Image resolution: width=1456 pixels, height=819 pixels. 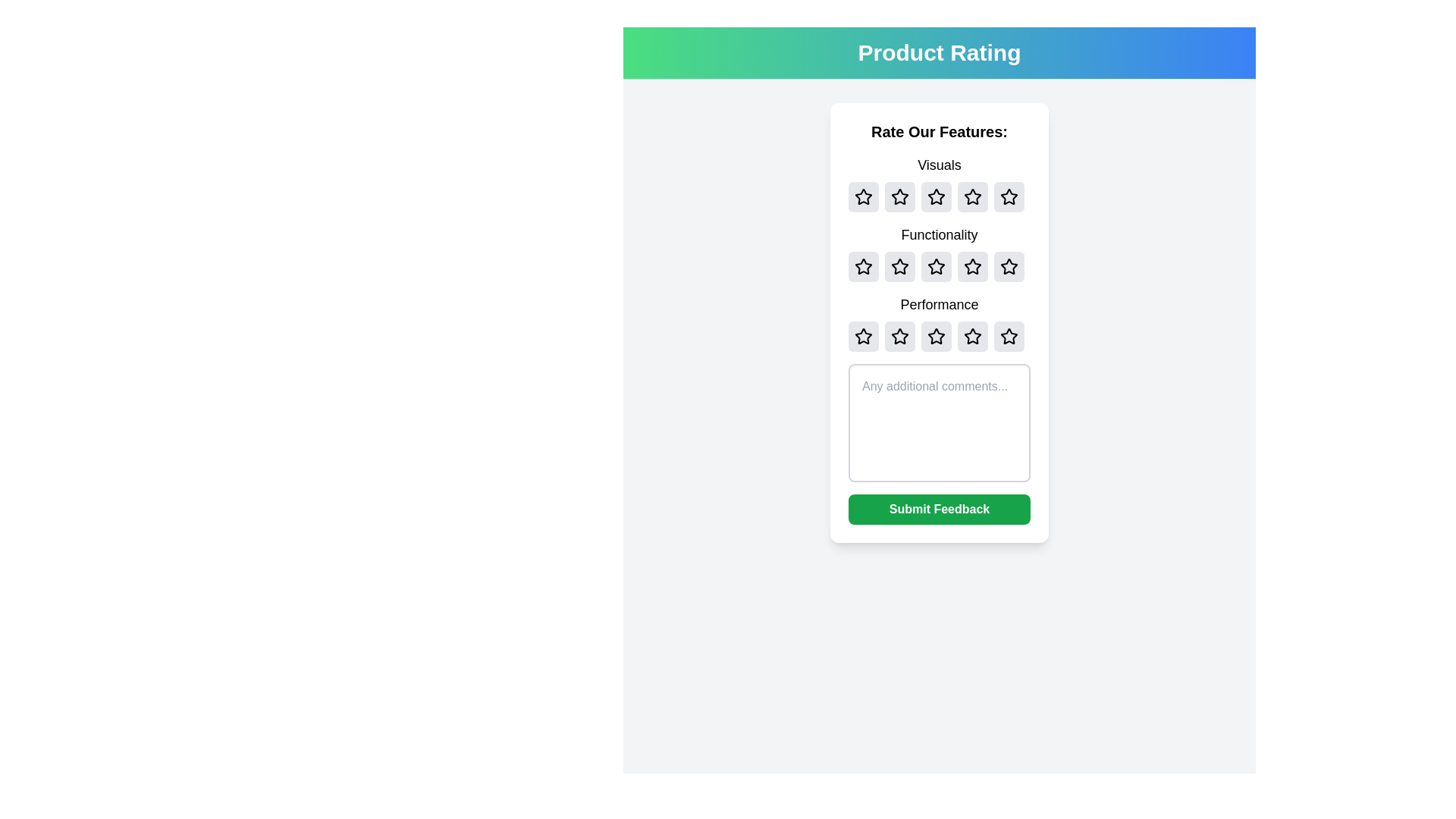 What do you see at coordinates (863, 265) in the screenshot?
I see `the first button in the horizontal row of five buttons in the 'Functionality' rating section to change its background color to yellow` at bounding box center [863, 265].